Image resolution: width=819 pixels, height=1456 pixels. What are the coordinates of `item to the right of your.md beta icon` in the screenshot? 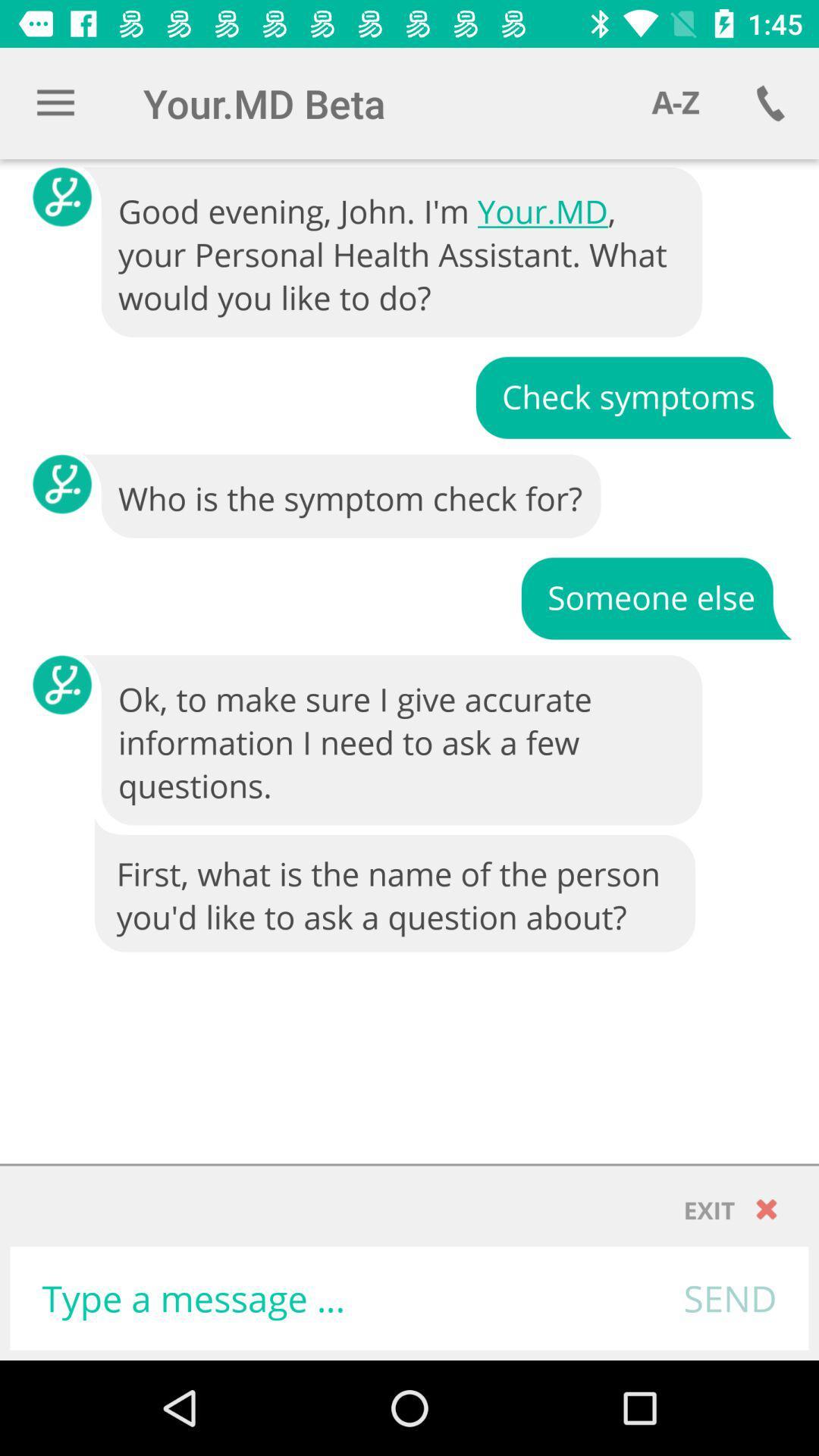 It's located at (675, 102).